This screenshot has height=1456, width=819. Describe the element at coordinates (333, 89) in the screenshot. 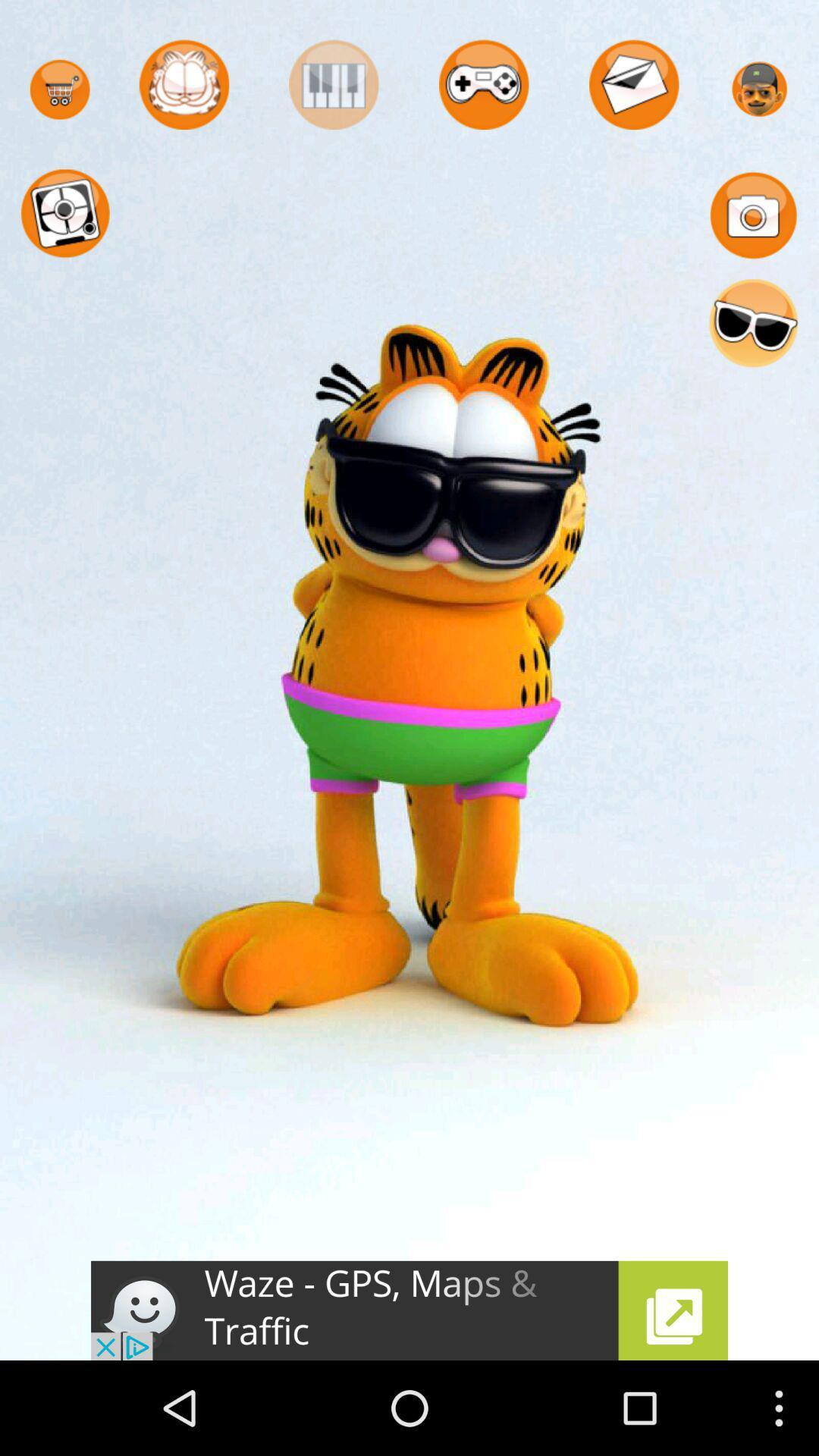

I see `the sliders icon` at that location.